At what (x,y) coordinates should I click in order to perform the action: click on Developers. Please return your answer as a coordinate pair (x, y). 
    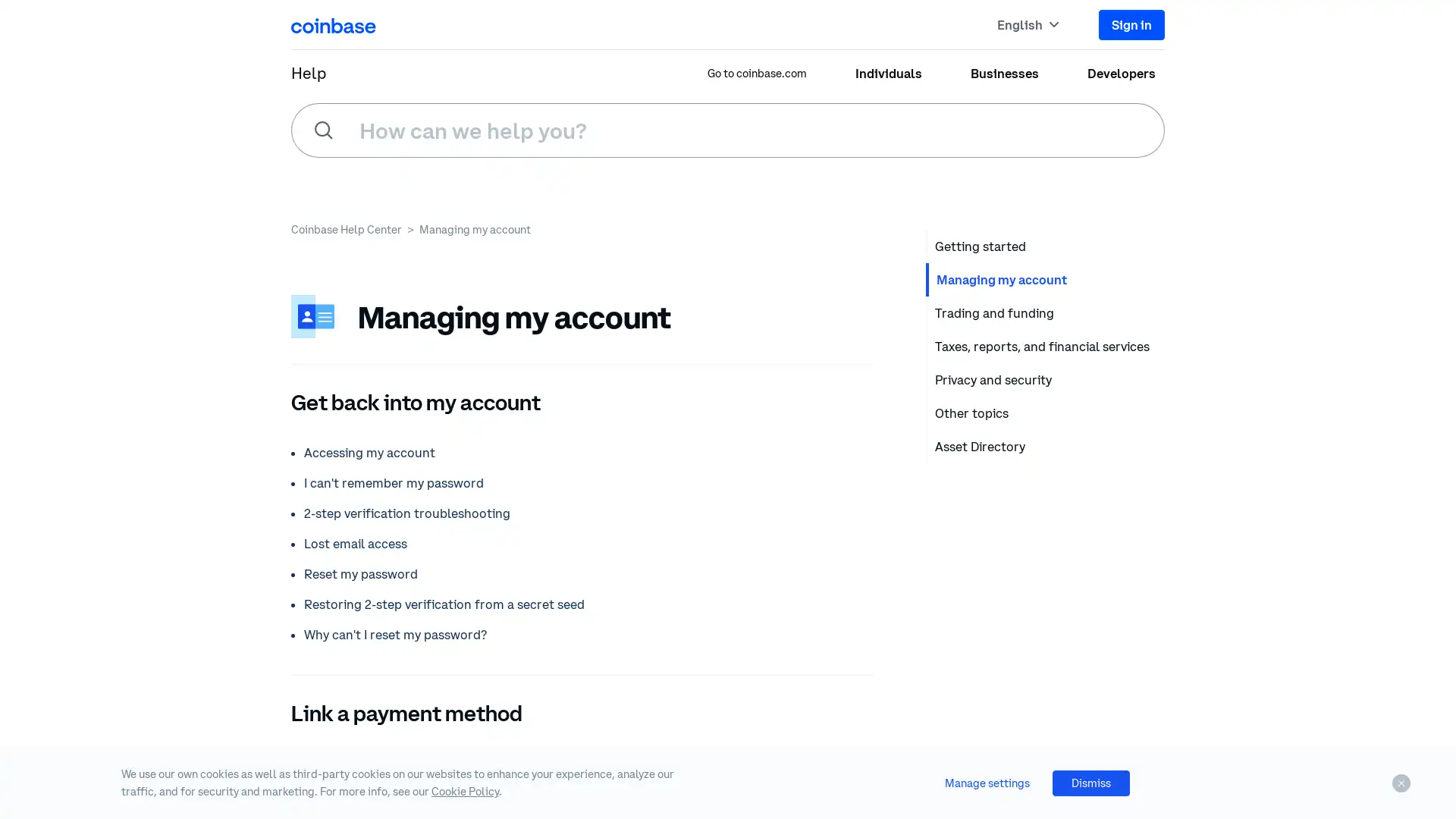
    Looking at the image, I should click on (1121, 73).